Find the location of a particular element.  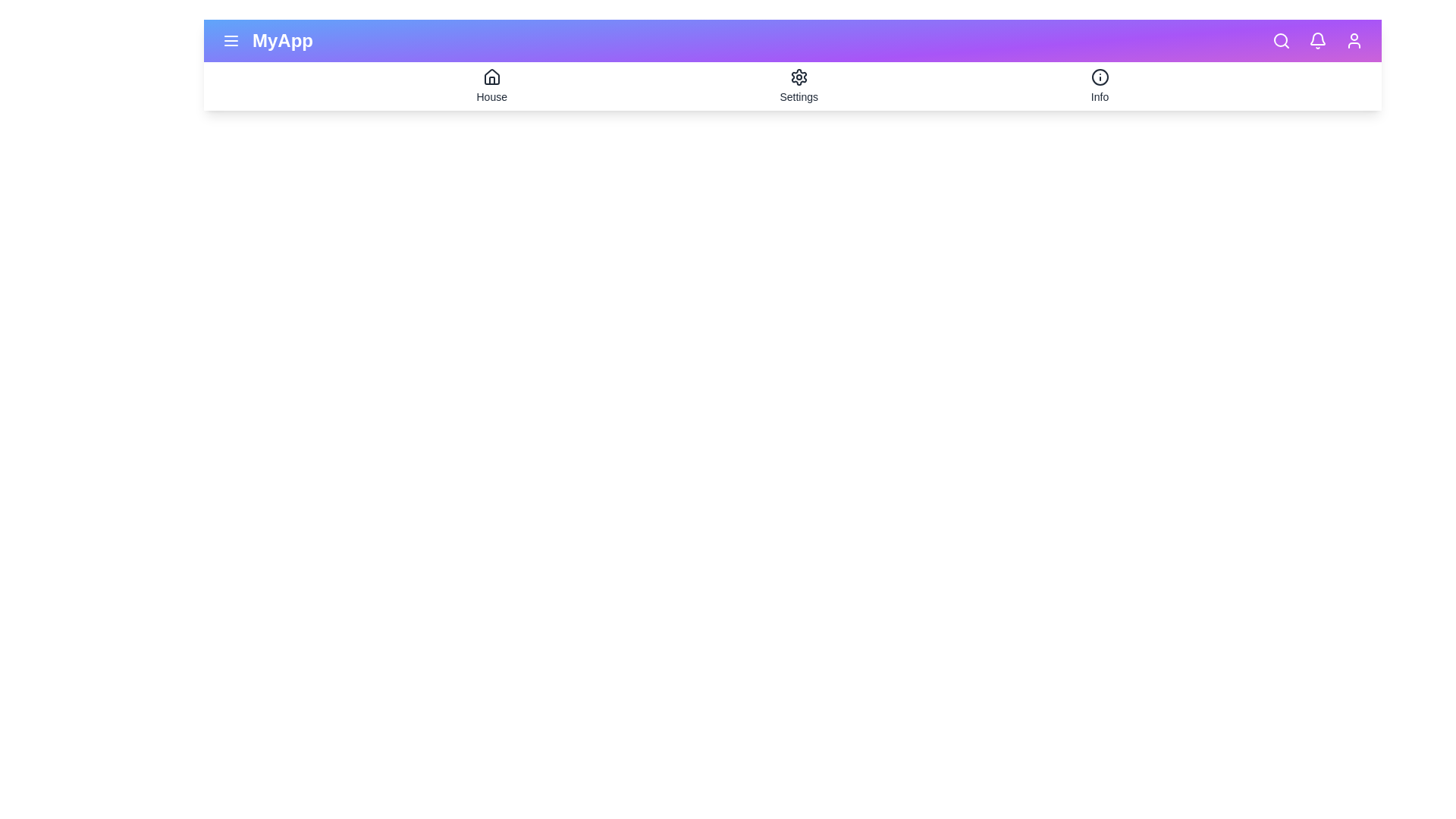

the icon settings to preview its interaction is located at coordinates (797, 77).